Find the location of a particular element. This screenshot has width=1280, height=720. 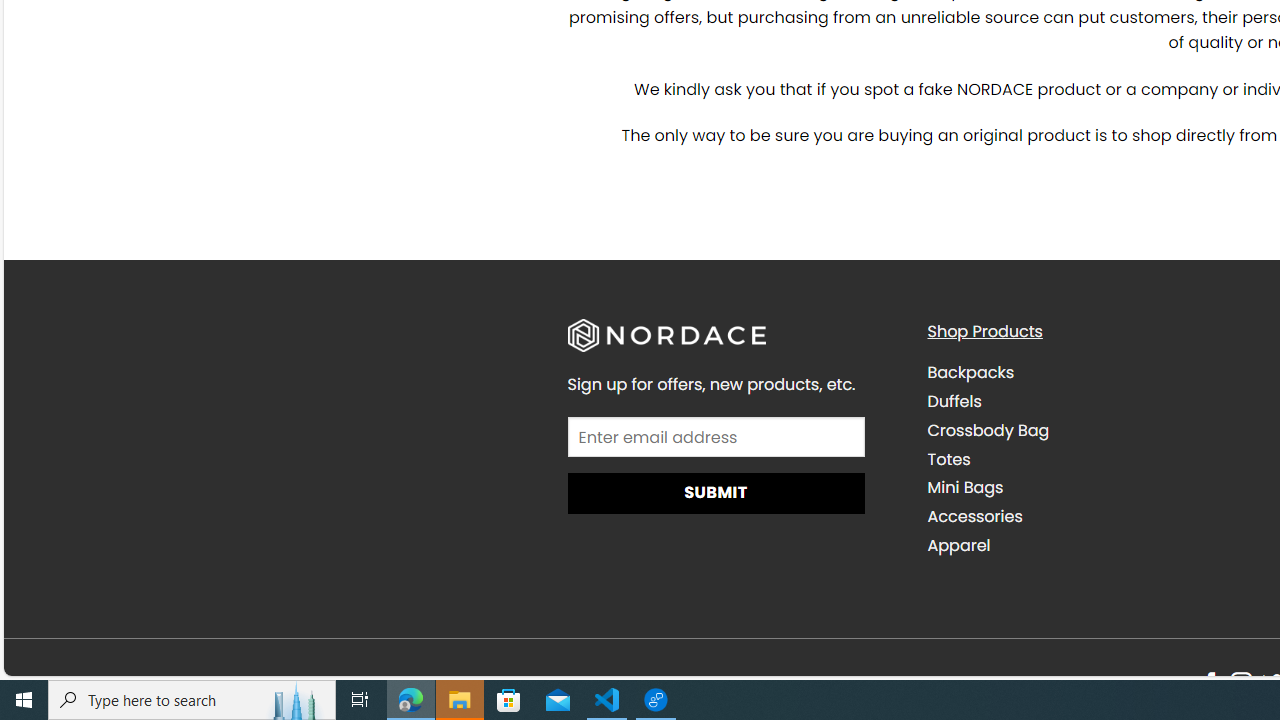

'Mini Bags' is located at coordinates (1091, 488).